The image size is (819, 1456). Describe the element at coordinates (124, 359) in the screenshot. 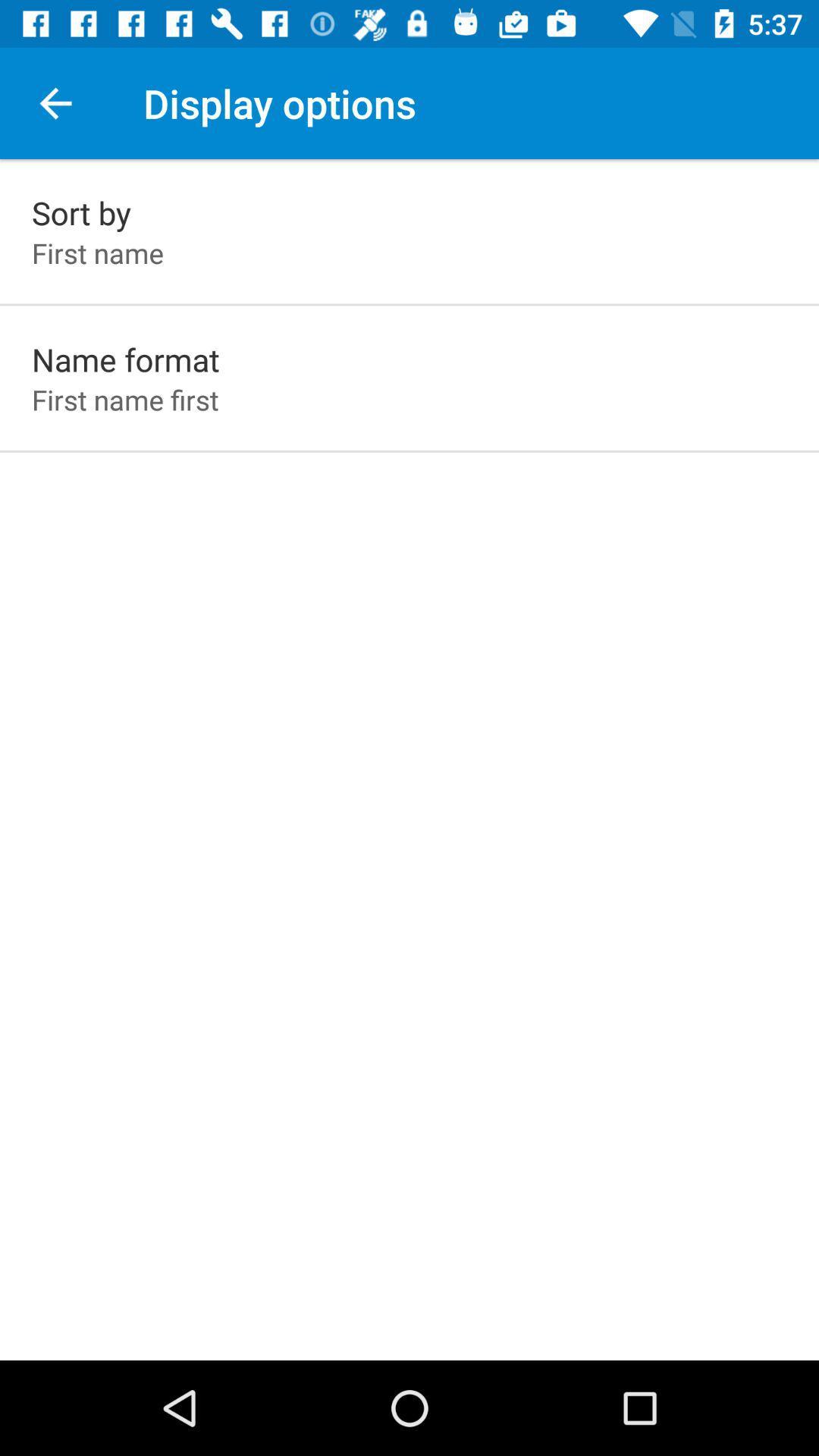

I see `app below the first name app` at that location.